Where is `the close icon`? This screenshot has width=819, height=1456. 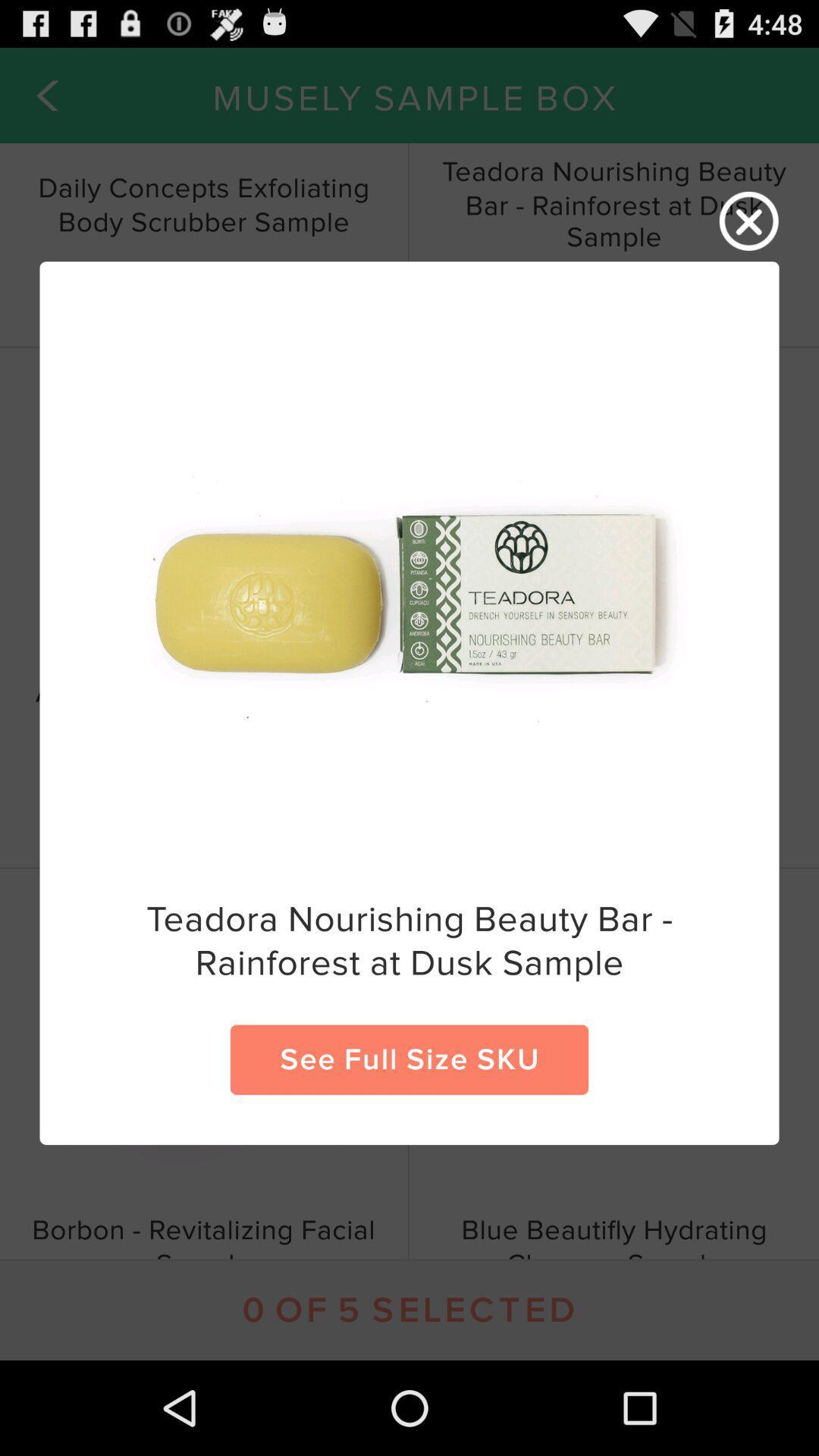 the close icon is located at coordinates (748, 228).